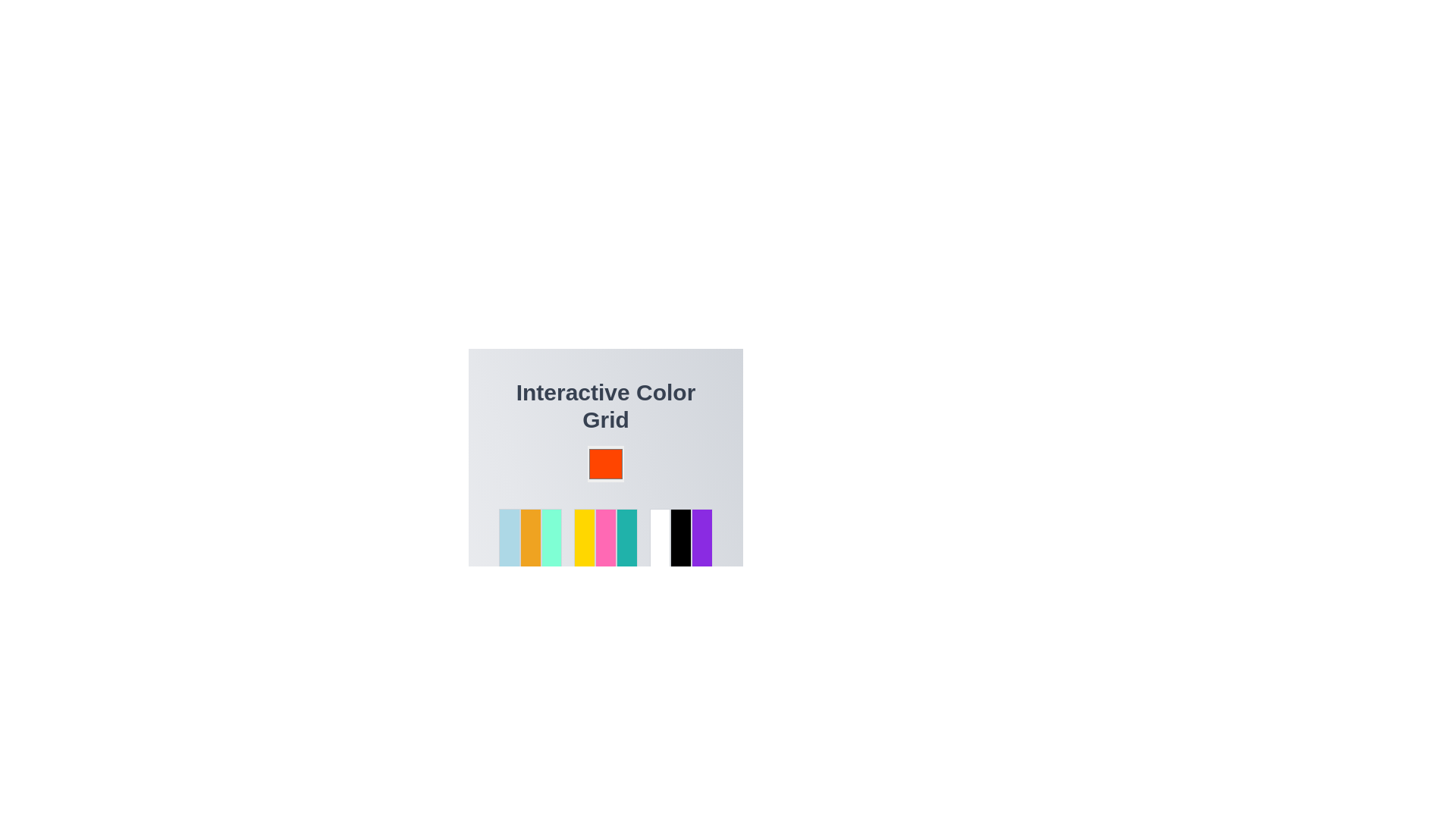 The width and height of the screenshot is (1456, 819). I want to click on the Color item located in the last row and middle column of the grid layout, which is part of the third group of three elements in the bottom-right corner, so click(680, 538).